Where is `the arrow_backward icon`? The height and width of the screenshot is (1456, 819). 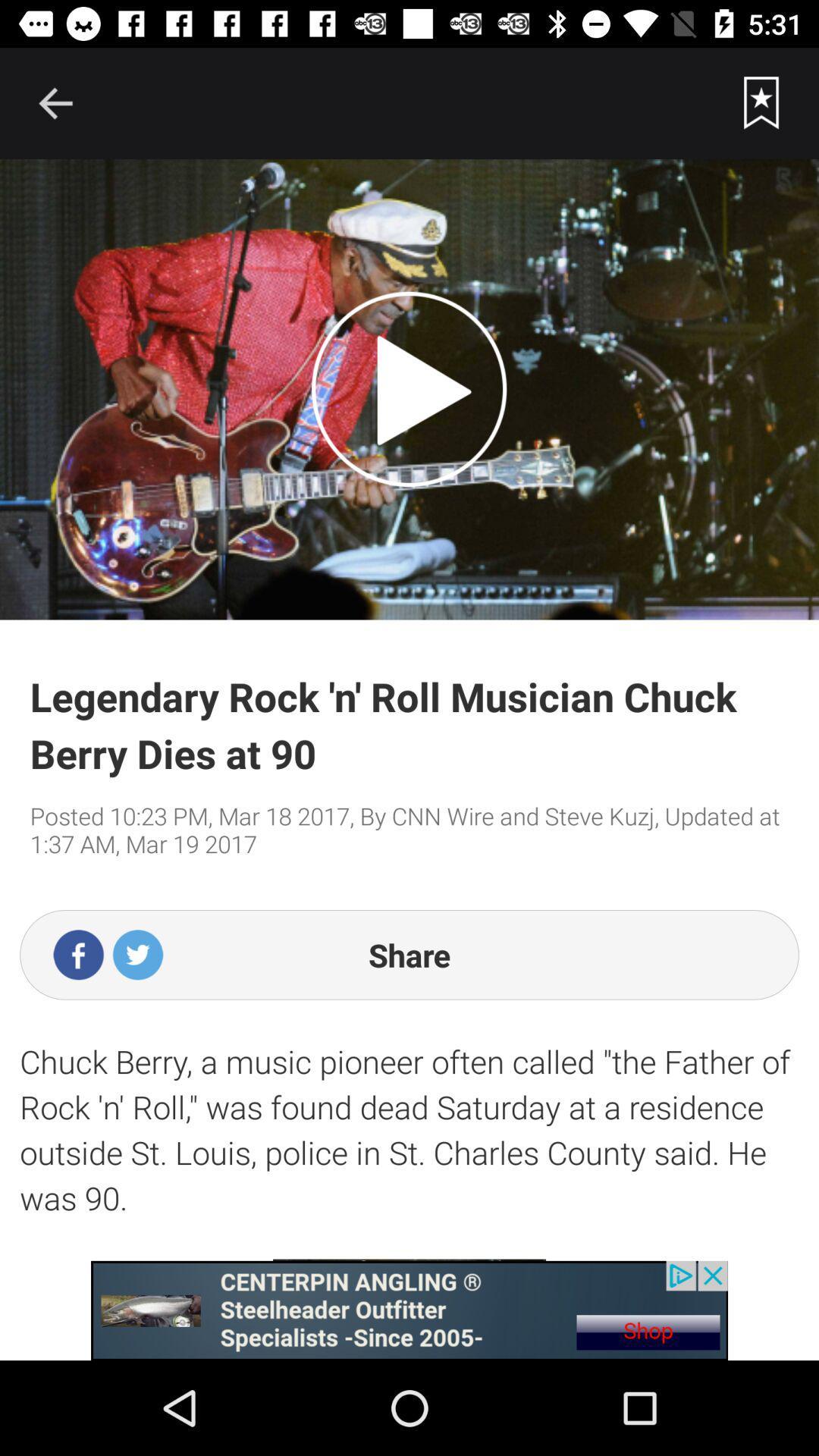
the arrow_backward icon is located at coordinates (55, 102).